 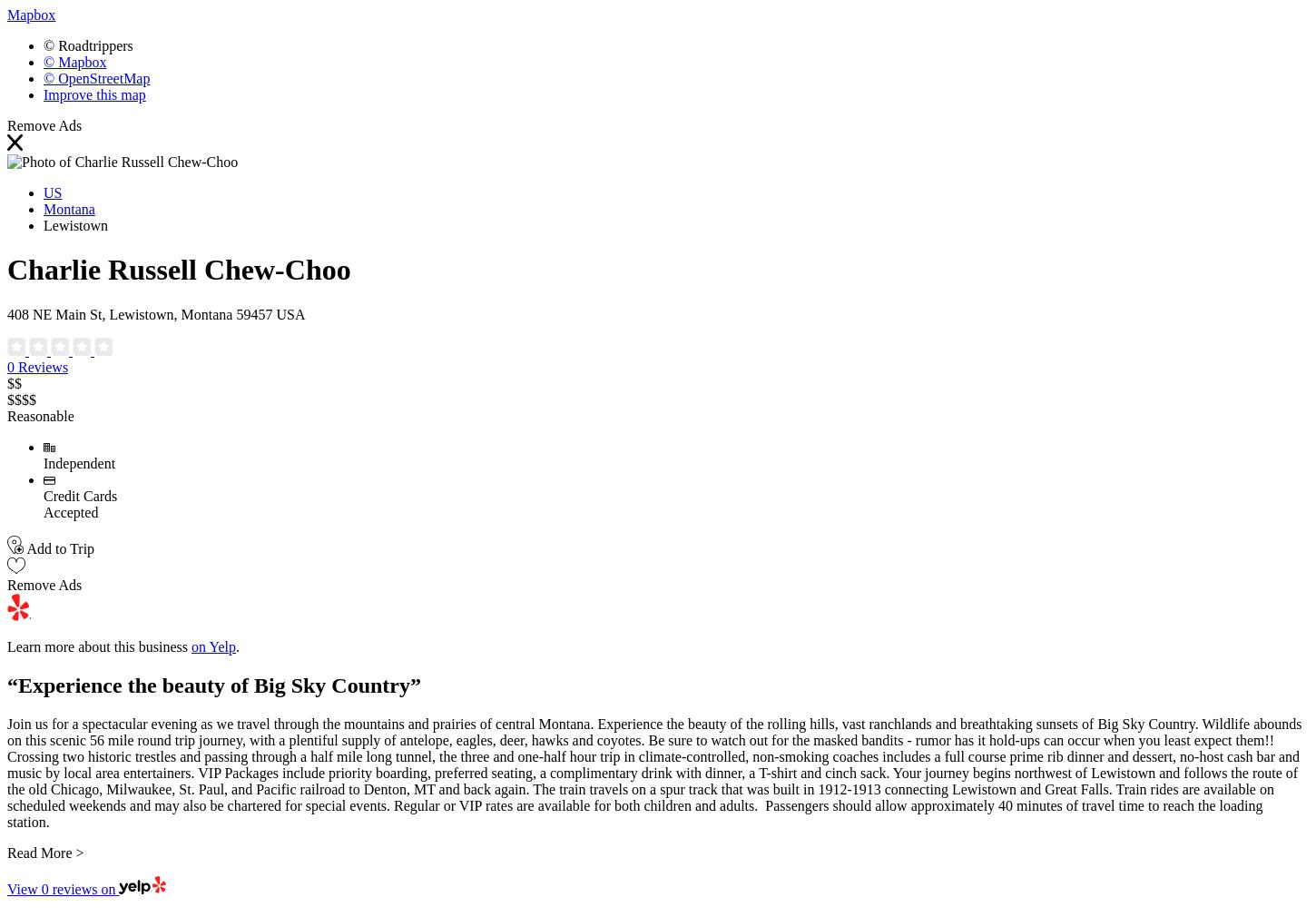 What do you see at coordinates (653, 773) in the screenshot?
I see `'Join us for a spectacular evening as we travel through the mountains and prairies of central Montana. Experience the beauty of the rolling hills, vast ranchlands and breathtaking sunsets of Big Sky Country. Wildlife abounds on this scenic 56 mile round trip journey, with a plentiful supply of antelope, eagles, deer, hawks and coyotes. Be sure to watch out for the masked bandits - rumor has it hold-ups can occur when you least expect them!!

Crossing two historic trestles and passing through a half mile long tunnel, the three and one-half hour trip in climate-controlled, non-smoking coaches includes a full course prime rib dinner and dessert, no-host cash bar and music by local area entertainers. VIP Packages include priority boarding, preferred seating, a complimentary drink with dinner, a T-shirt and cinch sack.

Your journey begins northwest of Lewistown and follows the route of the old Chicago, Milwaukee, St. Paul, and Pacific railroad to Denton, MT and back again. The train travels on a spur track that was built in 1912-1913 connecting Lewistown and Great Falls.

Train rides are available on scheduled weekends and may also be chartered for special events. Regular or VIP rates are available for both children and adults.  Passengers should allow approximately 40 minutes of travel time to reach the loading station.'` at bounding box center [653, 773].